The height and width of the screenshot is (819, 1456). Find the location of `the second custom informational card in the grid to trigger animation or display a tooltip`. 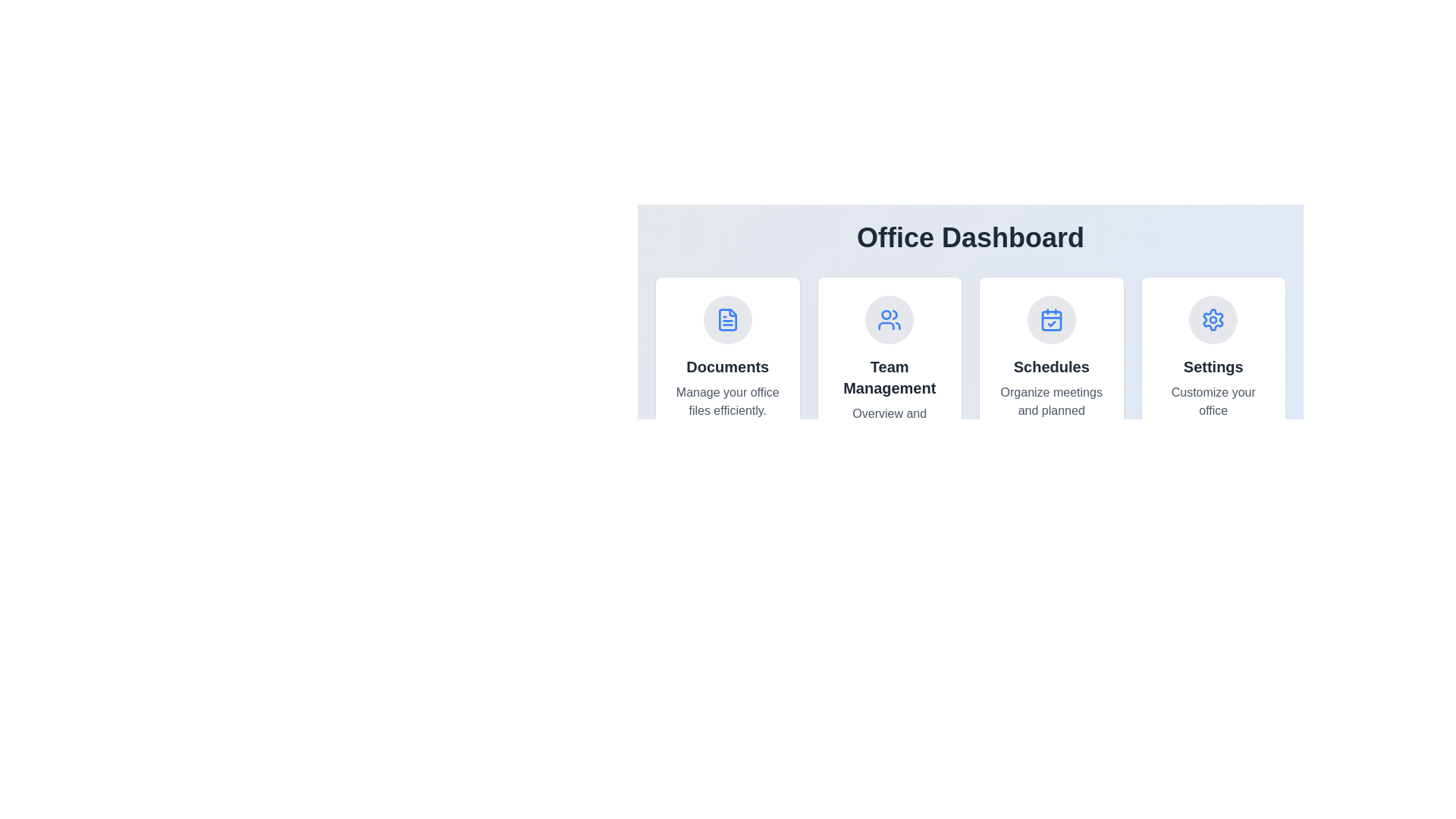

the second custom informational card in the grid to trigger animation or display a tooltip is located at coordinates (890, 376).